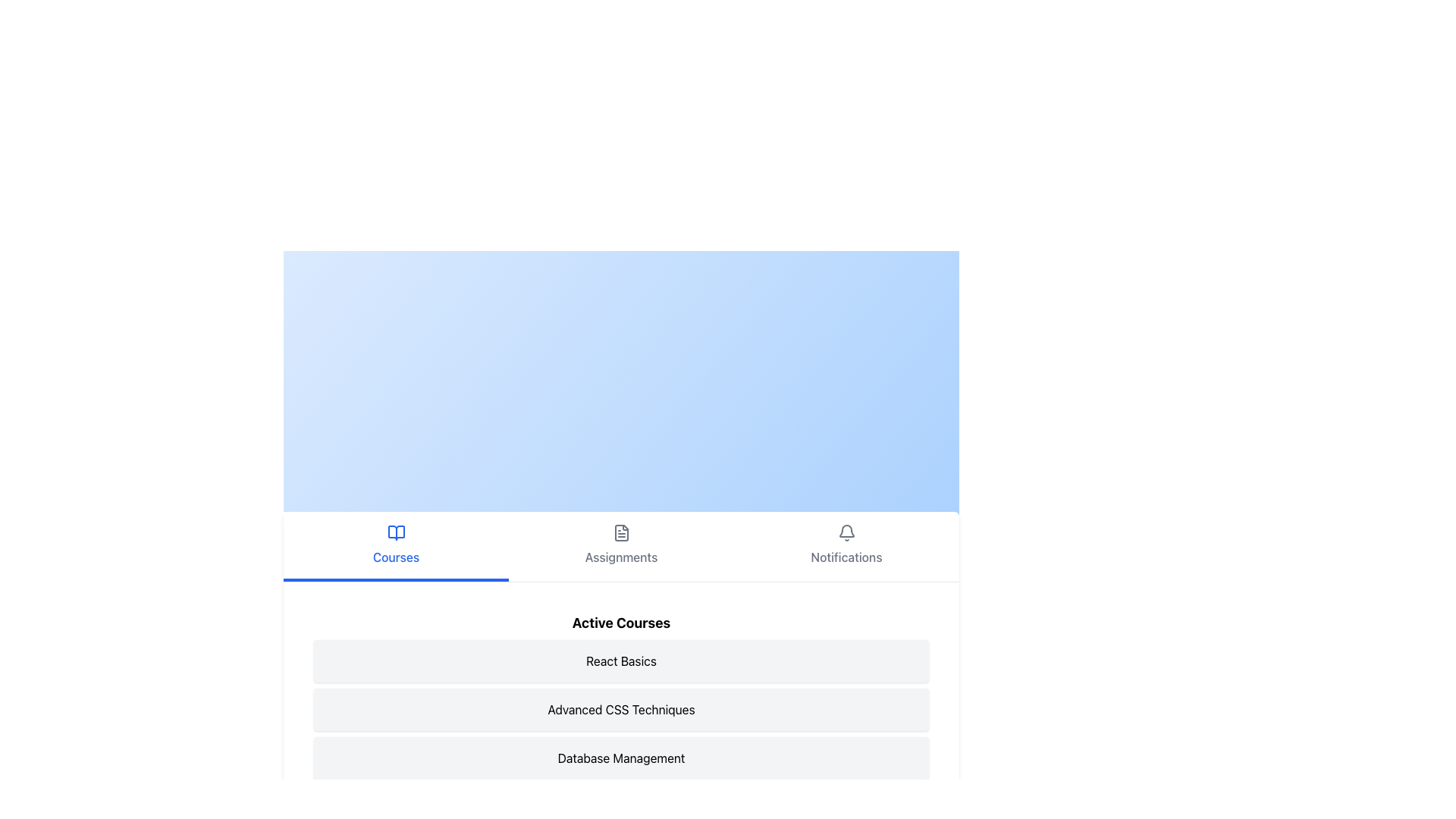 Image resolution: width=1456 pixels, height=819 pixels. What do you see at coordinates (846, 529) in the screenshot?
I see `the bell icon located in the header section below the 'Notifications' label to interact with notifications` at bounding box center [846, 529].